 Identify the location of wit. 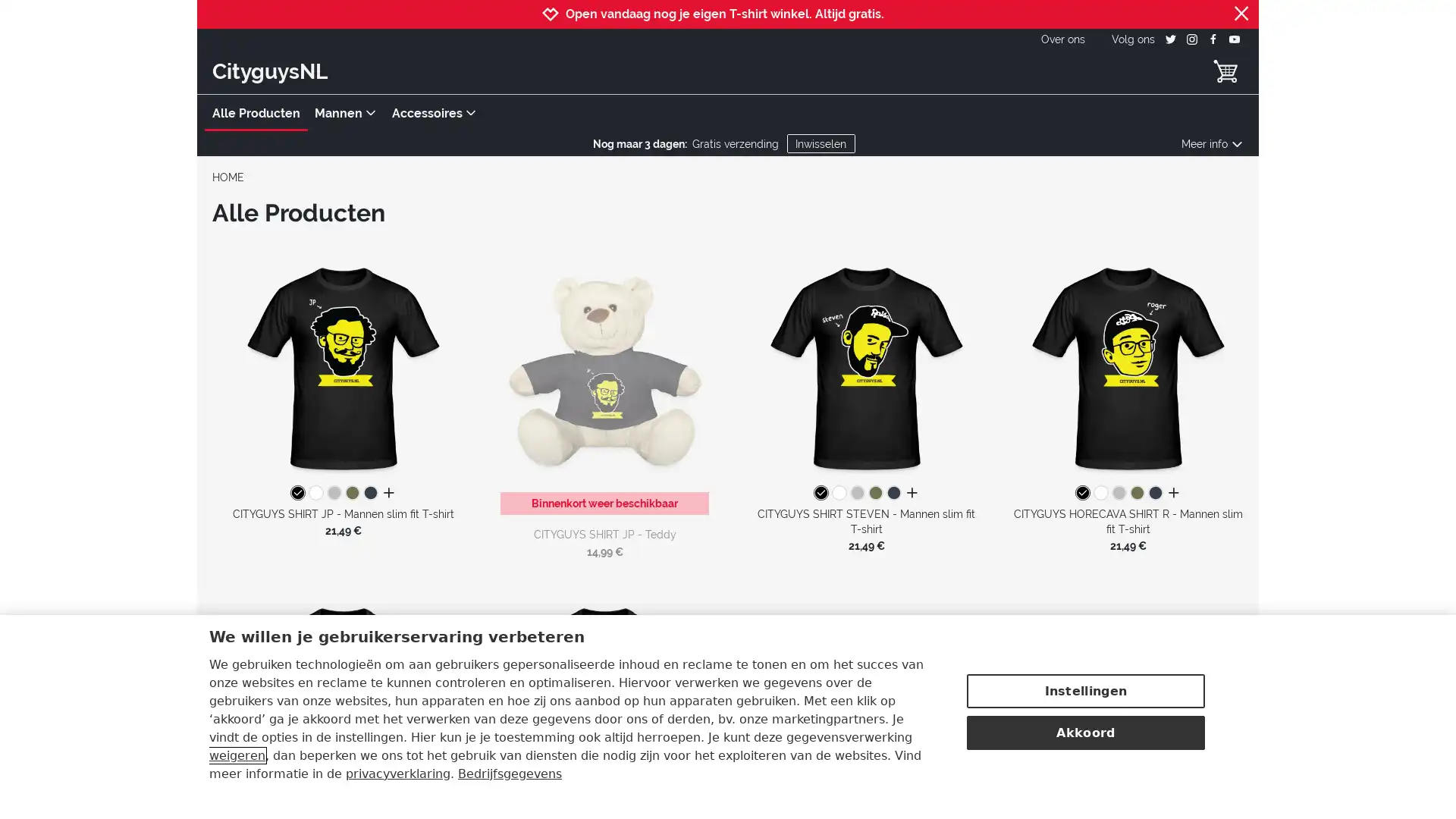
(837, 494).